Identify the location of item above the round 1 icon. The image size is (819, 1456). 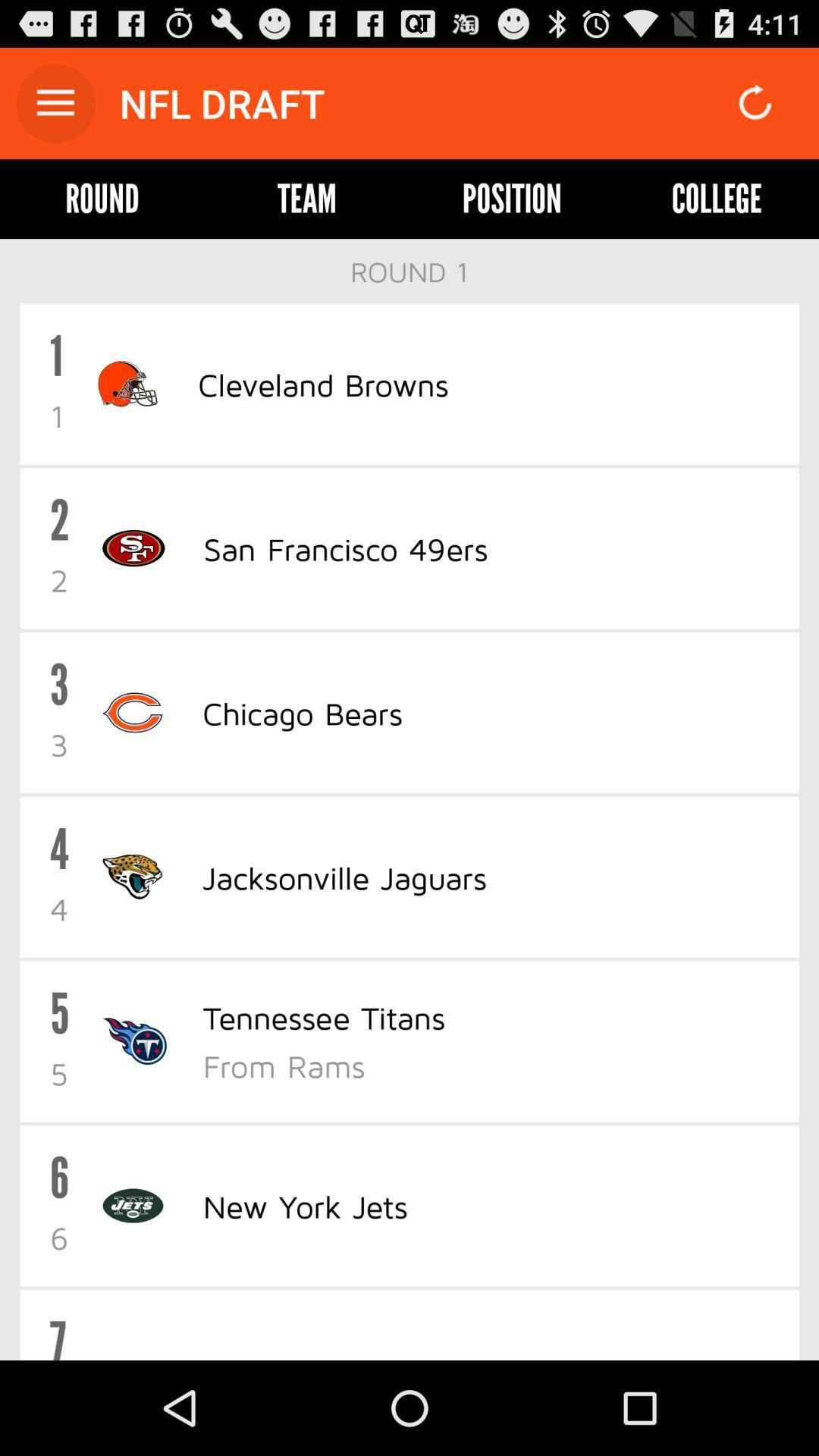
(307, 198).